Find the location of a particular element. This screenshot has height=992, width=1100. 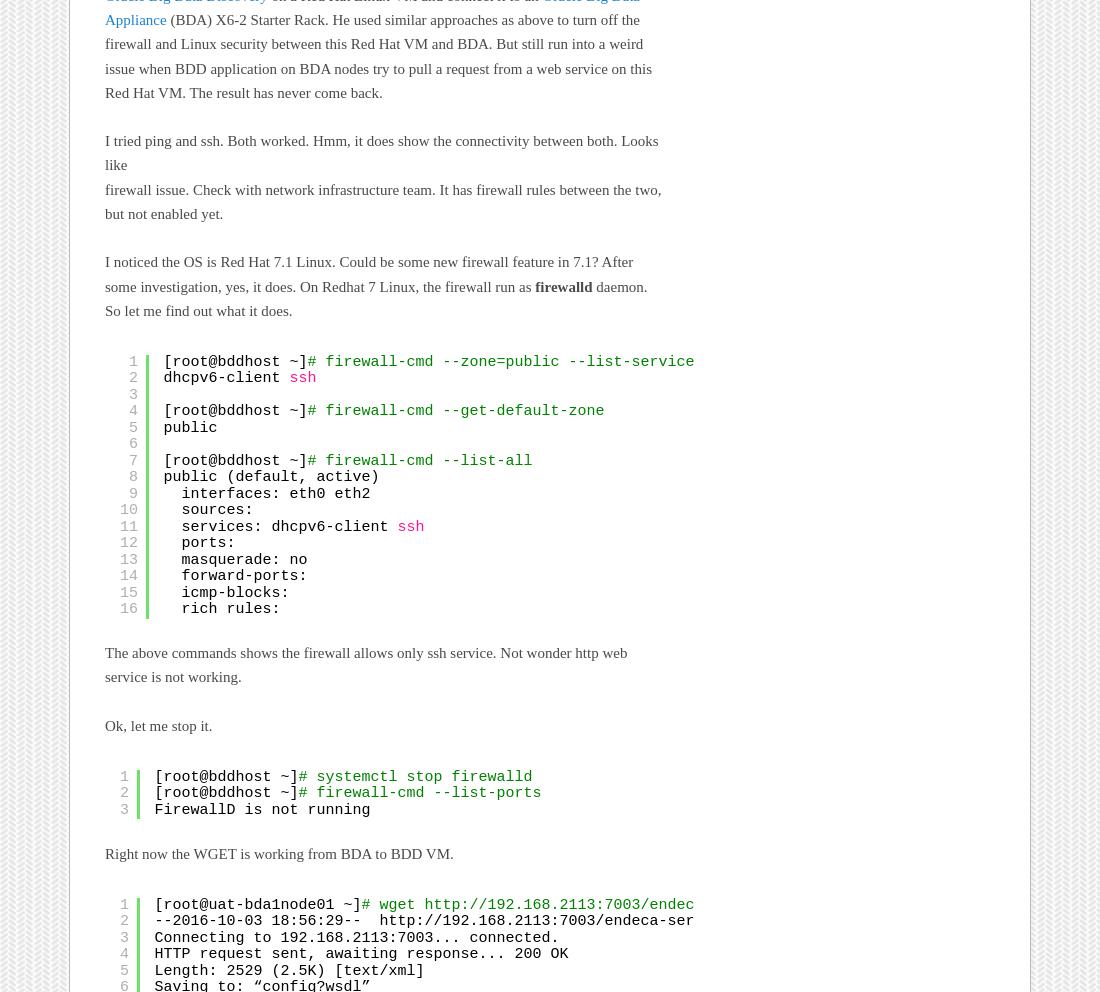

'# firewall-cmd --list-all' is located at coordinates (418, 461).